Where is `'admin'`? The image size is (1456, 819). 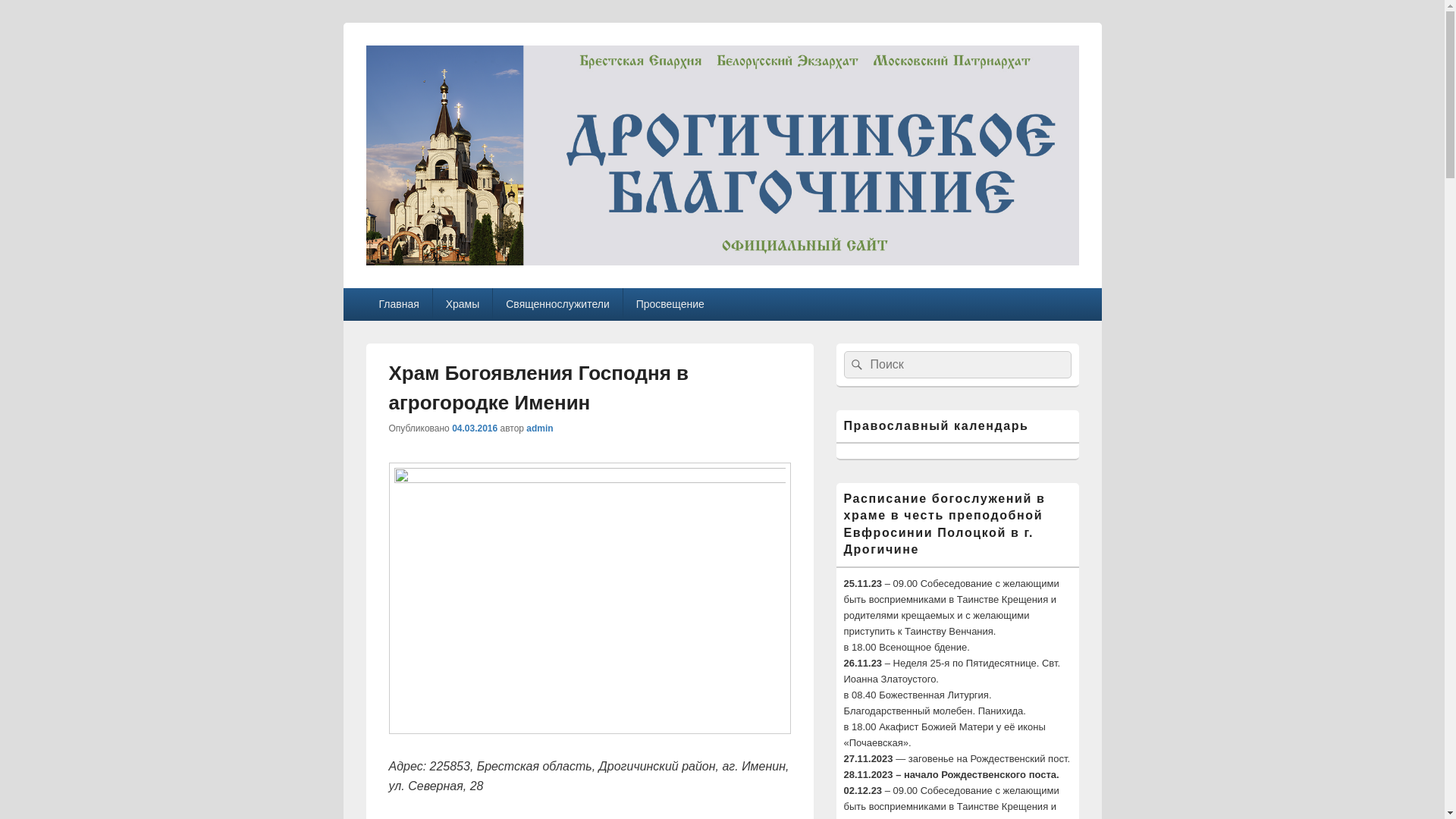
'admin' is located at coordinates (539, 428).